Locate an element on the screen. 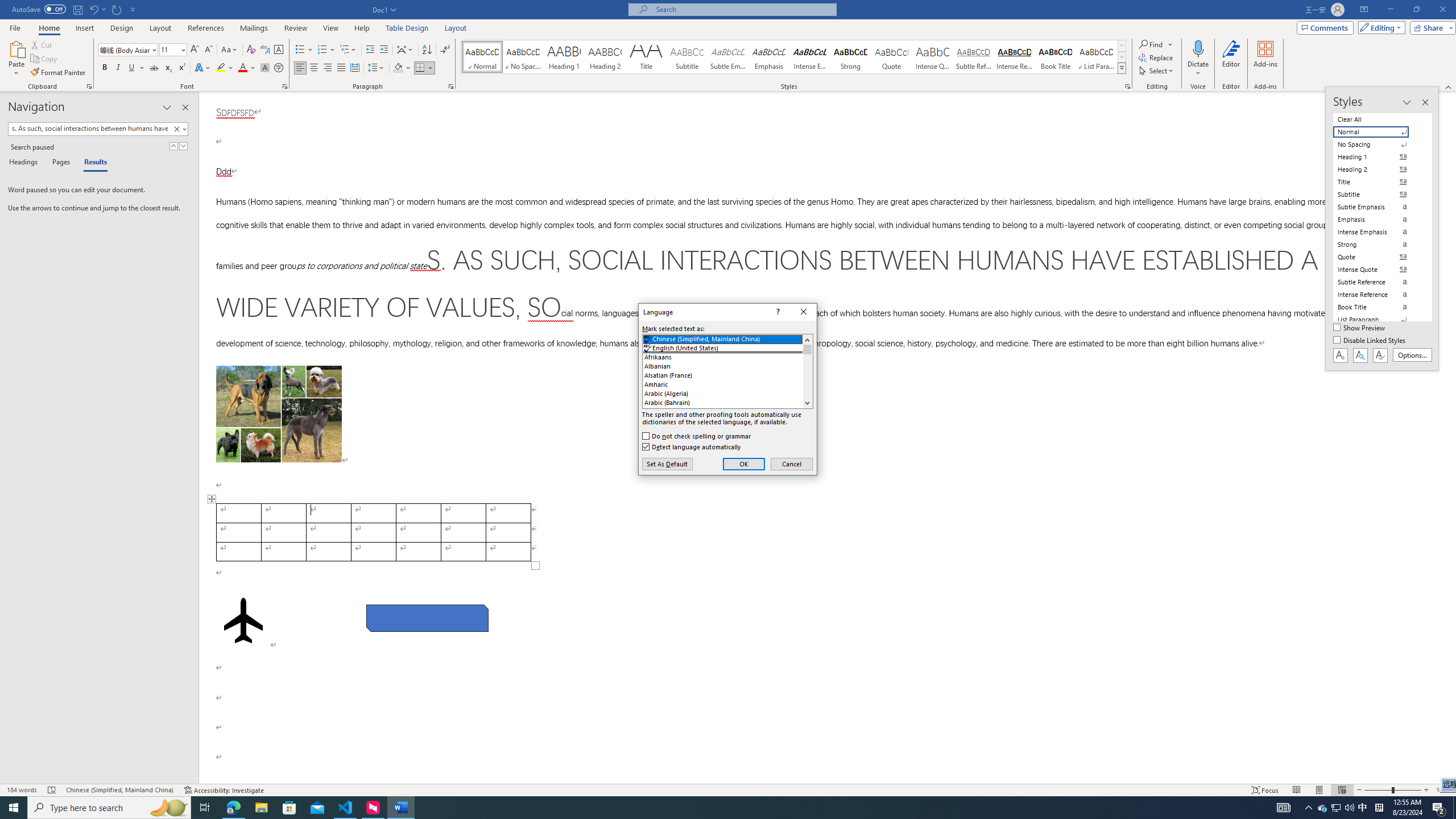 This screenshot has width=1456, height=819. 'Clear All' is located at coordinates (1378, 118).